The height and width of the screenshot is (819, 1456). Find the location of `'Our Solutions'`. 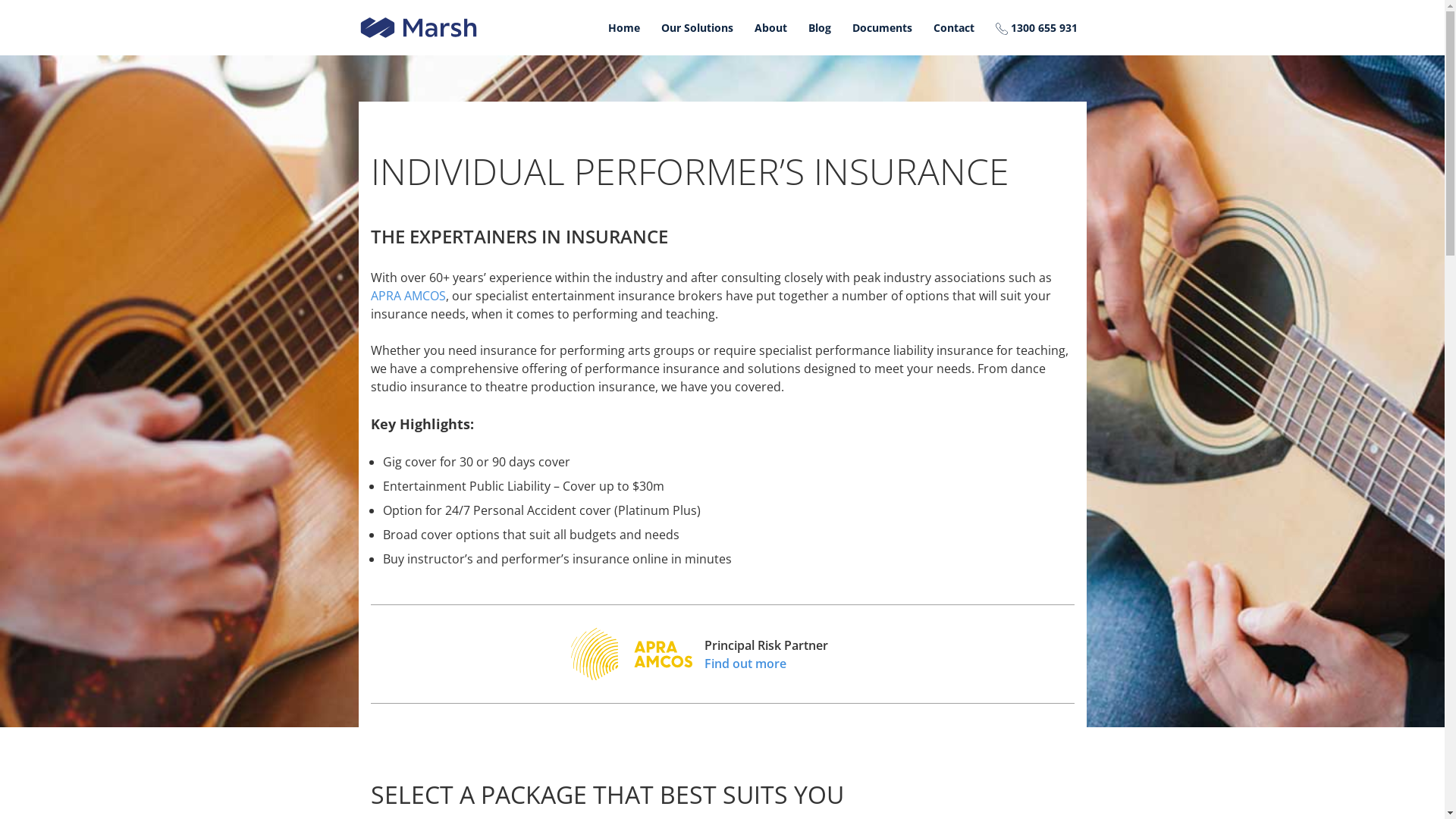

'Our Solutions' is located at coordinates (696, 28).